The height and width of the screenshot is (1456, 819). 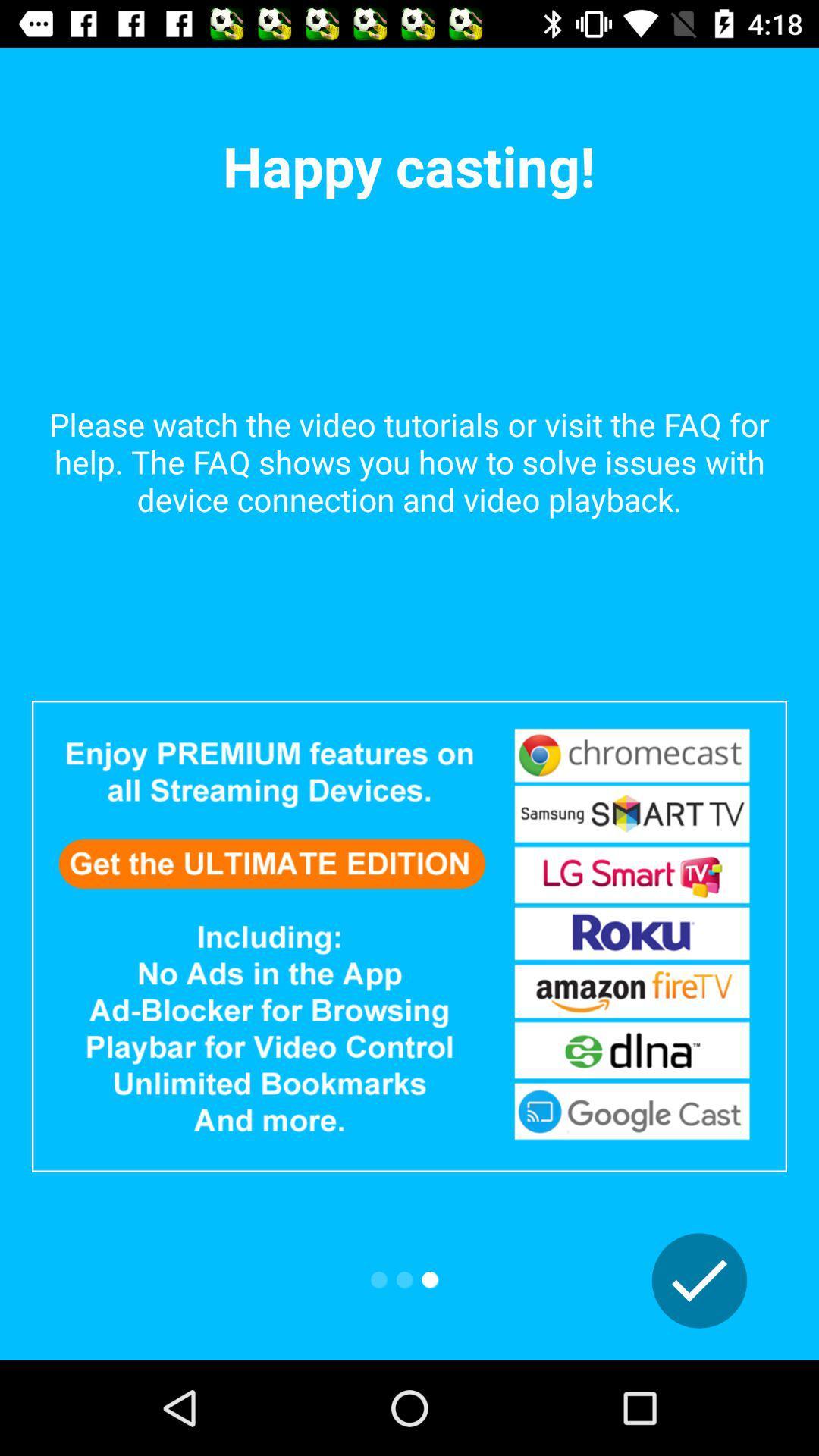 I want to click on submit, so click(x=699, y=1280).